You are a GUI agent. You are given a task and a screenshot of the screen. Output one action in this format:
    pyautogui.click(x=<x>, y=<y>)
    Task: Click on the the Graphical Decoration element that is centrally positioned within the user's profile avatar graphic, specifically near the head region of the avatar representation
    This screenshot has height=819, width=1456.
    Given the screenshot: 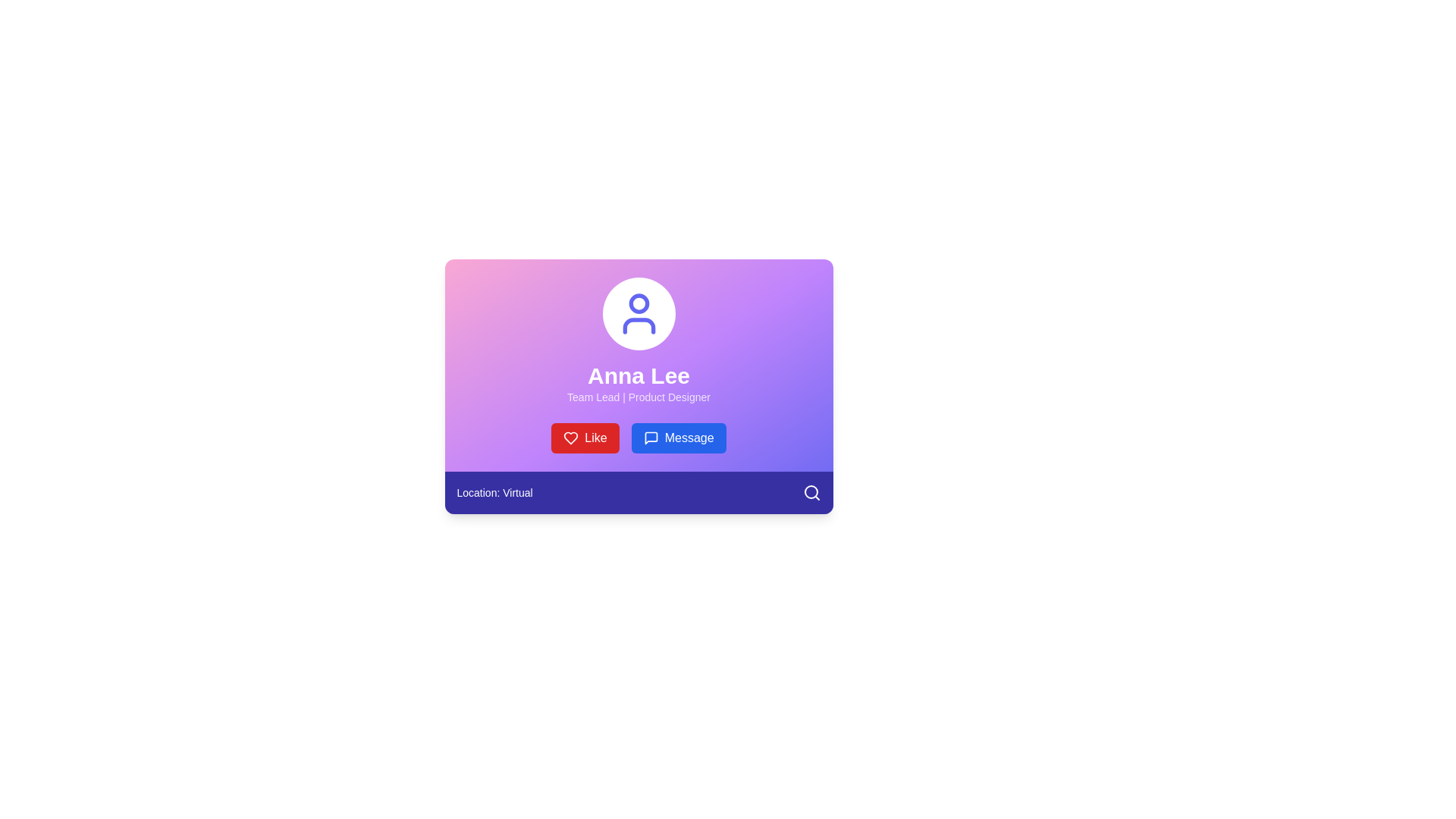 What is the action you would take?
    pyautogui.click(x=639, y=303)
    